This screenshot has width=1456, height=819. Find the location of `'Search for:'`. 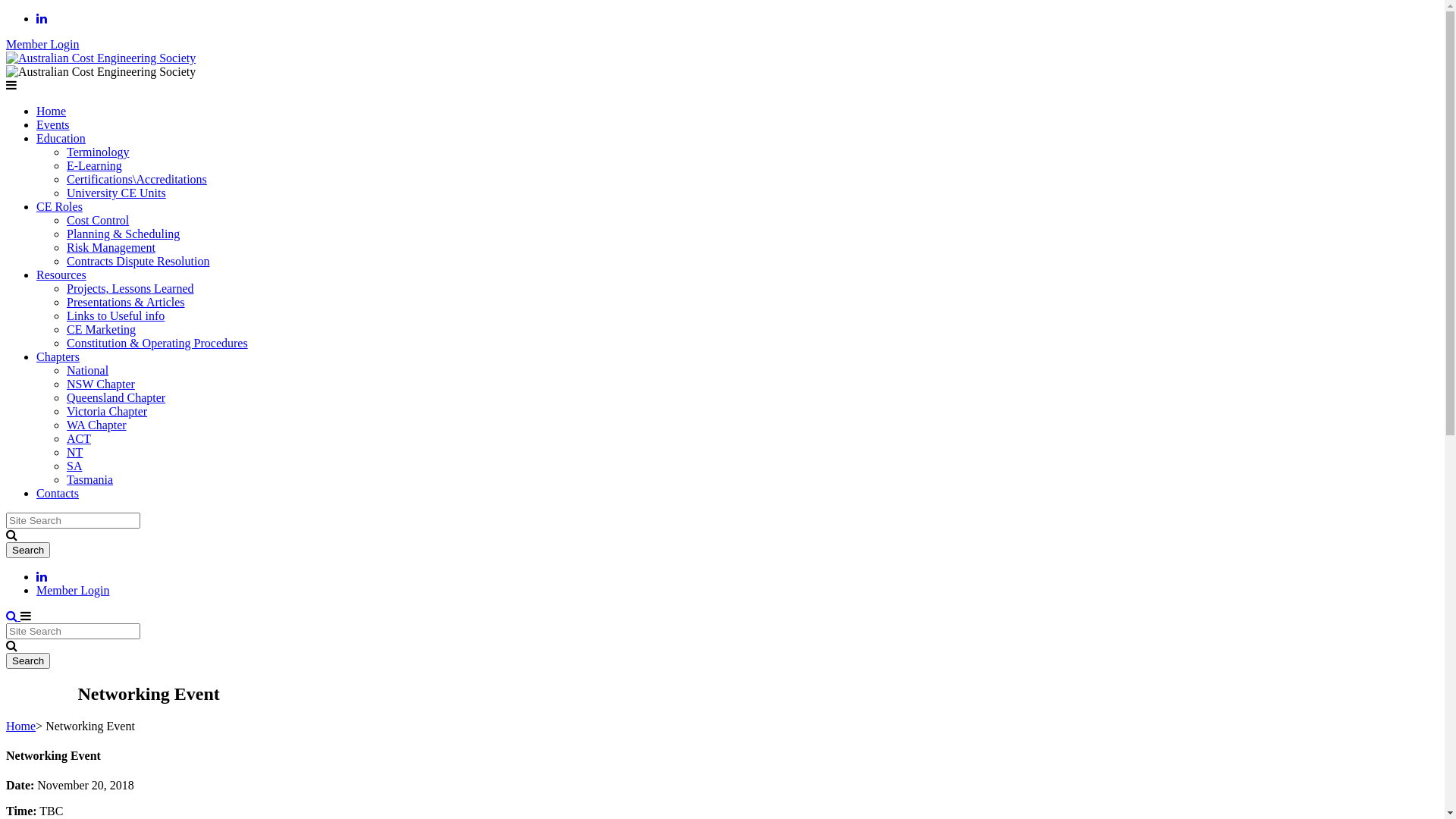

'Search for:' is located at coordinates (72, 631).